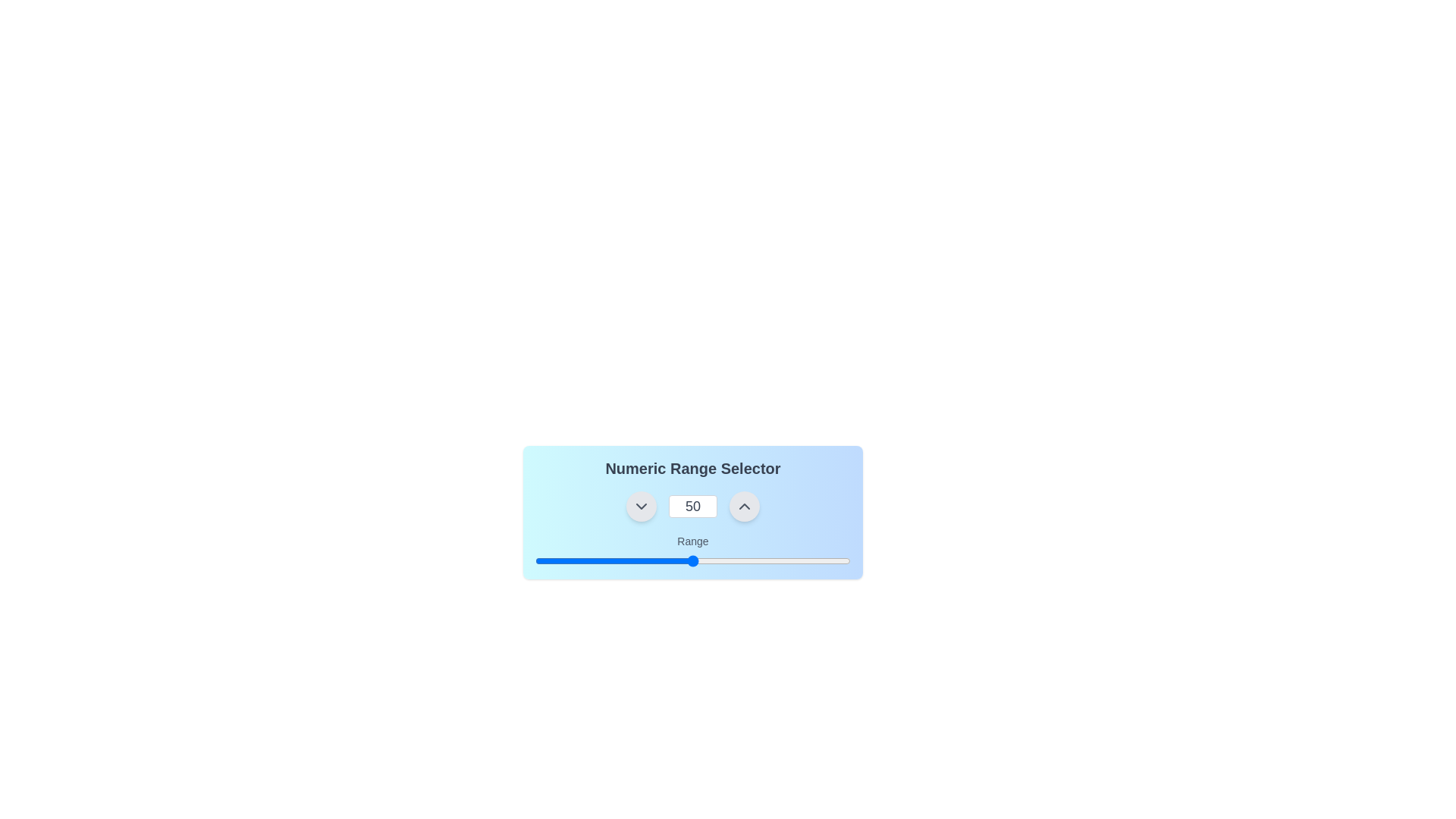 The width and height of the screenshot is (1456, 819). I want to click on range, so click(566, 561).